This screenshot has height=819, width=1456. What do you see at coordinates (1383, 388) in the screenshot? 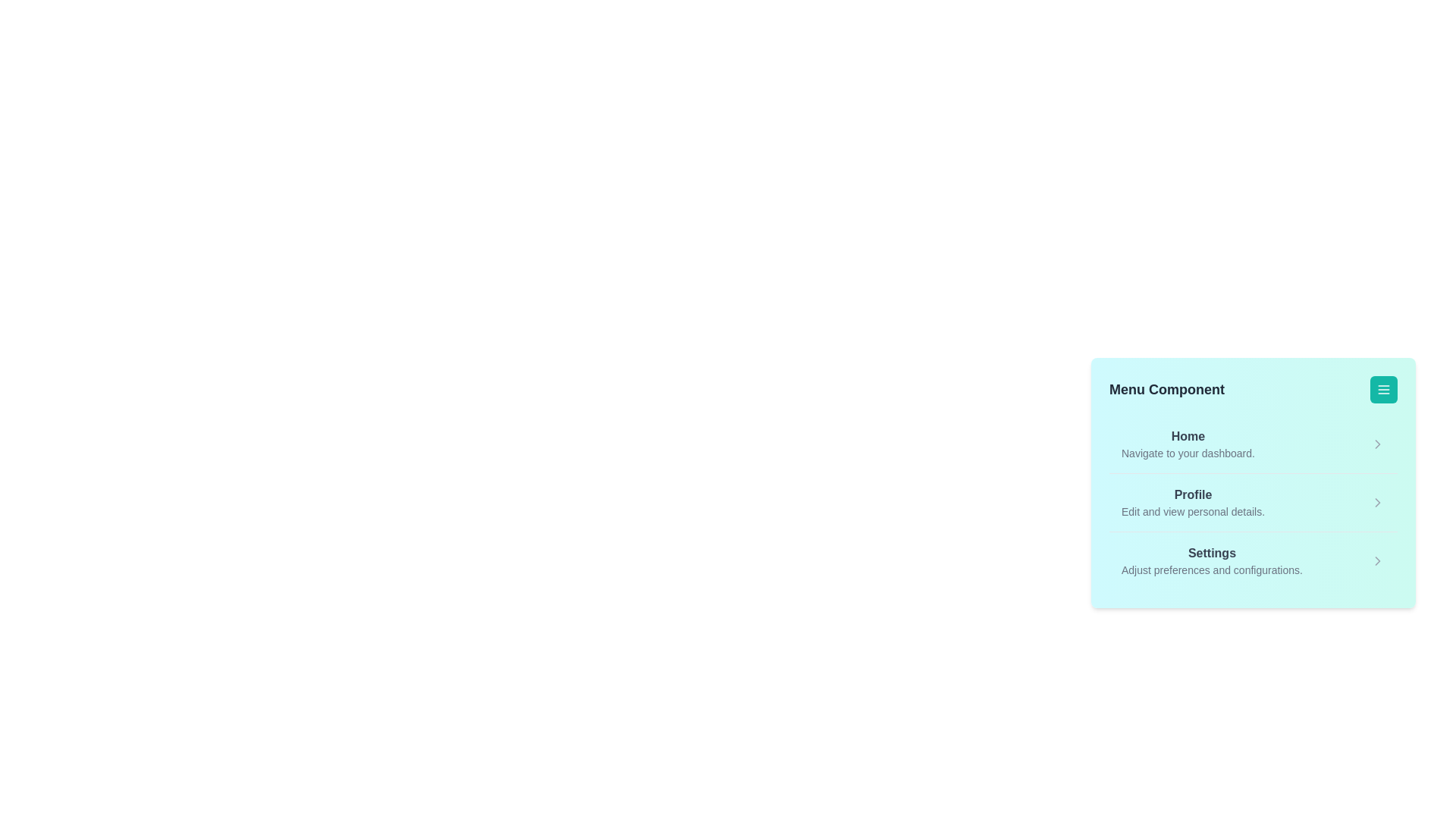
I see `the menu icon to open additional options` at bounding box center [1383, 388].